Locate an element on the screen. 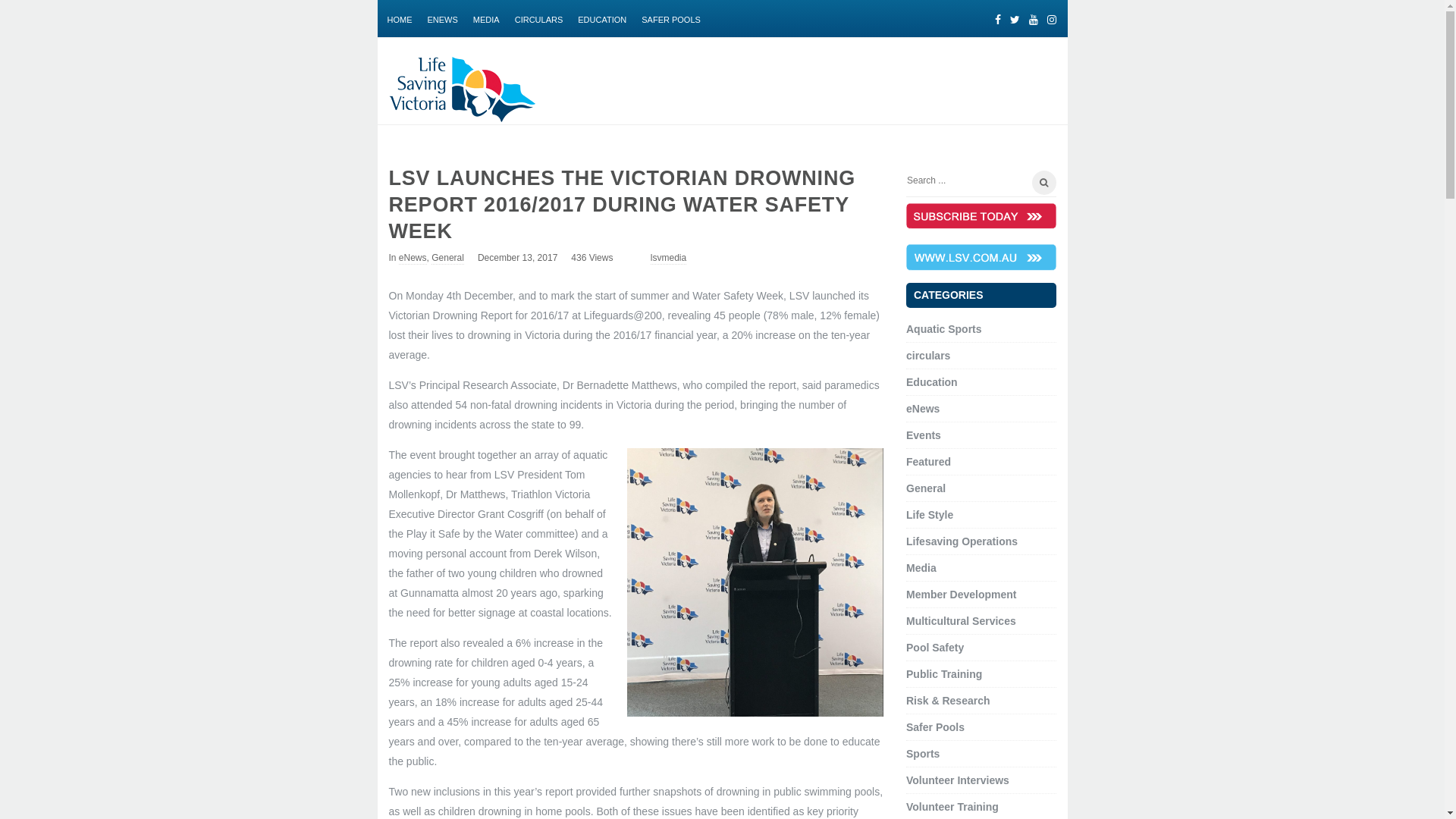 The height and width of the screenshot is (819, 1456). 'CIRCULARS' is located at coordinates (538, 18).